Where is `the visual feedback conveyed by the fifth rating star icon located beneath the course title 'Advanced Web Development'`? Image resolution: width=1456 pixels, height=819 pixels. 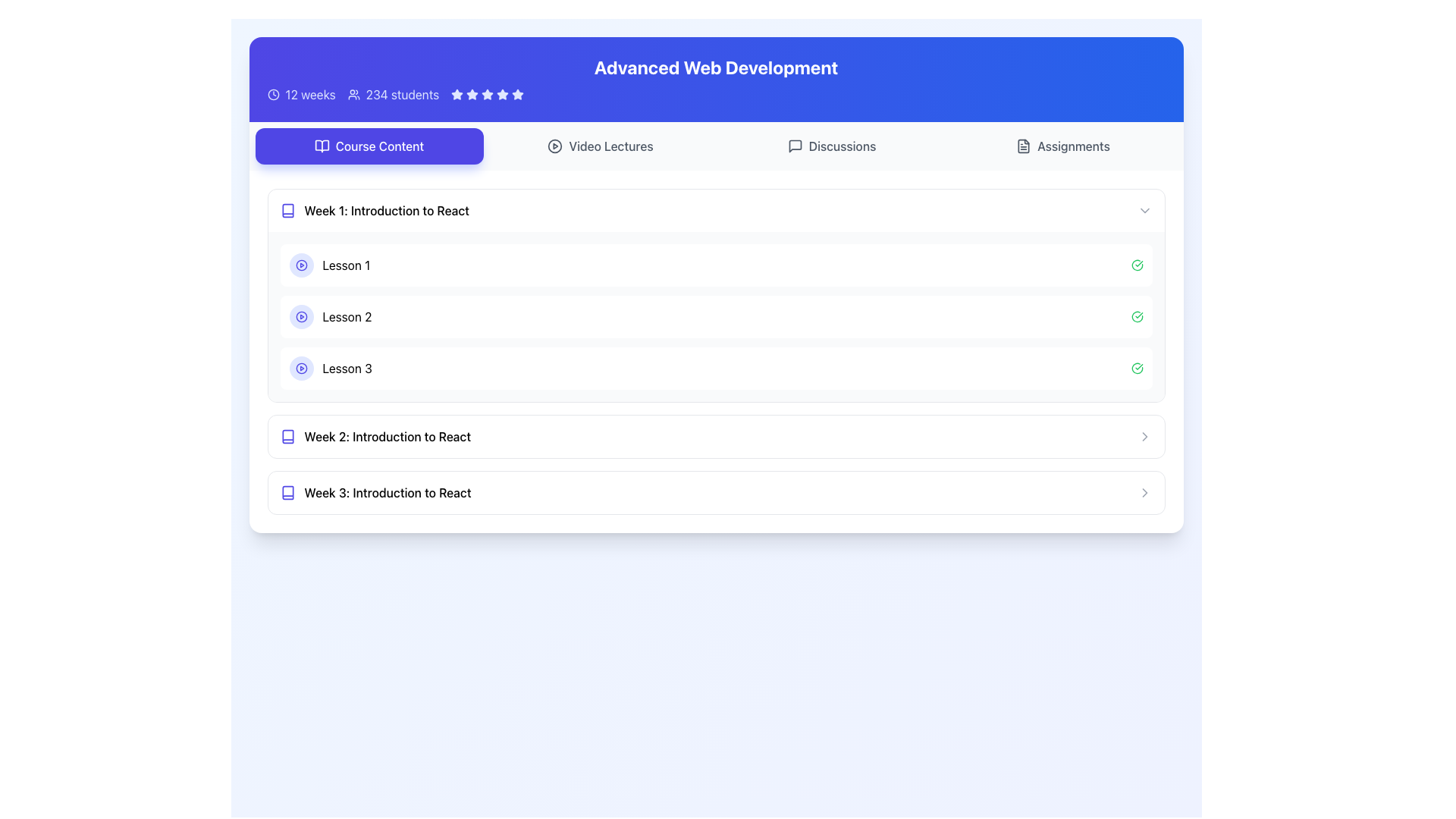 the visual feedback conveyed by the fifth rating star icon located beneath the course title 'Advanced Web Development' is located at coordinates (503, 94).